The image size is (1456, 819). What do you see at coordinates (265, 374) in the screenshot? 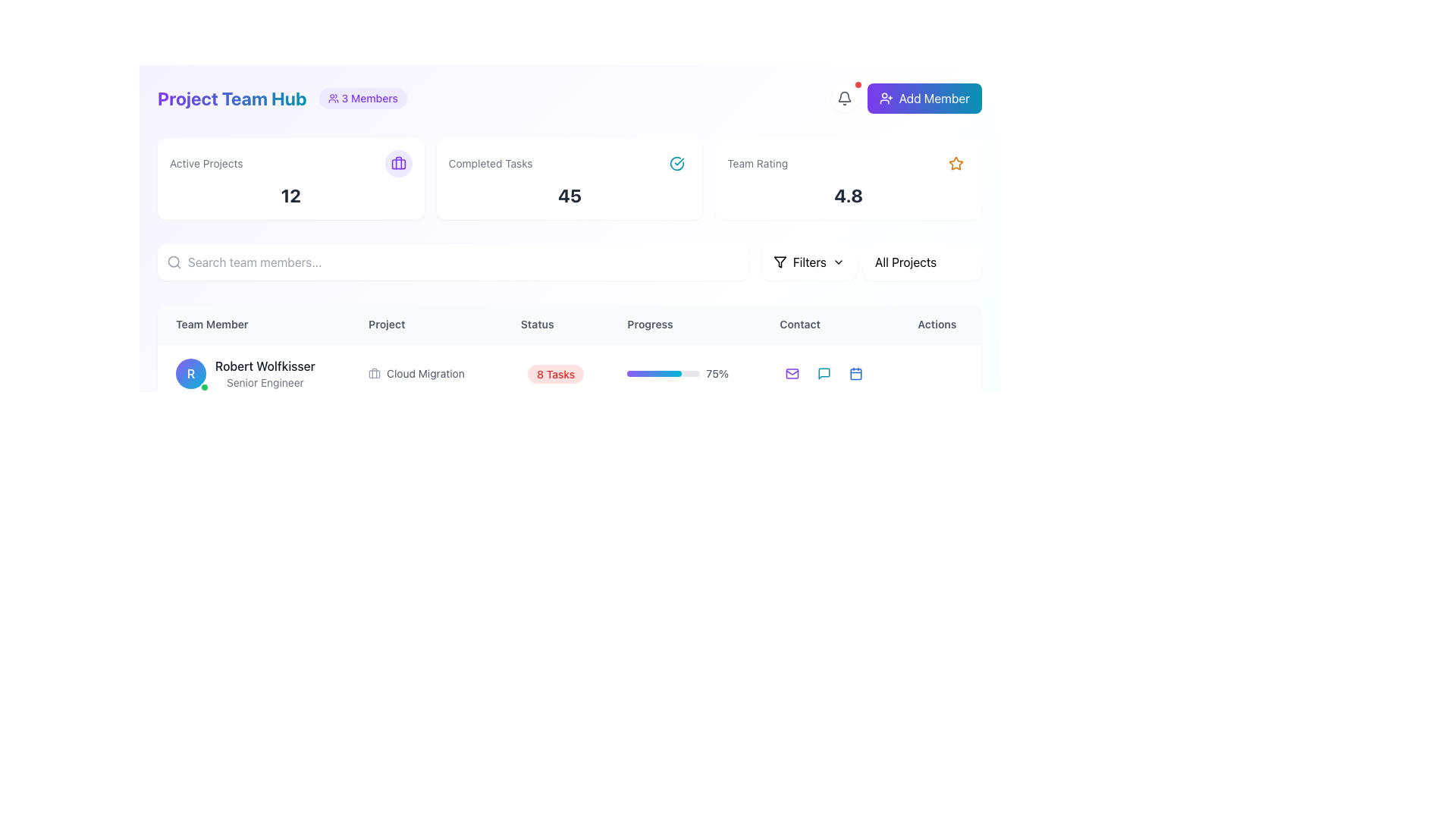
I see `the text block displaying the name and professional title of a team member, which is located beside their circular avatar in the 'Team Member' column` at bounding box center [265, 374].